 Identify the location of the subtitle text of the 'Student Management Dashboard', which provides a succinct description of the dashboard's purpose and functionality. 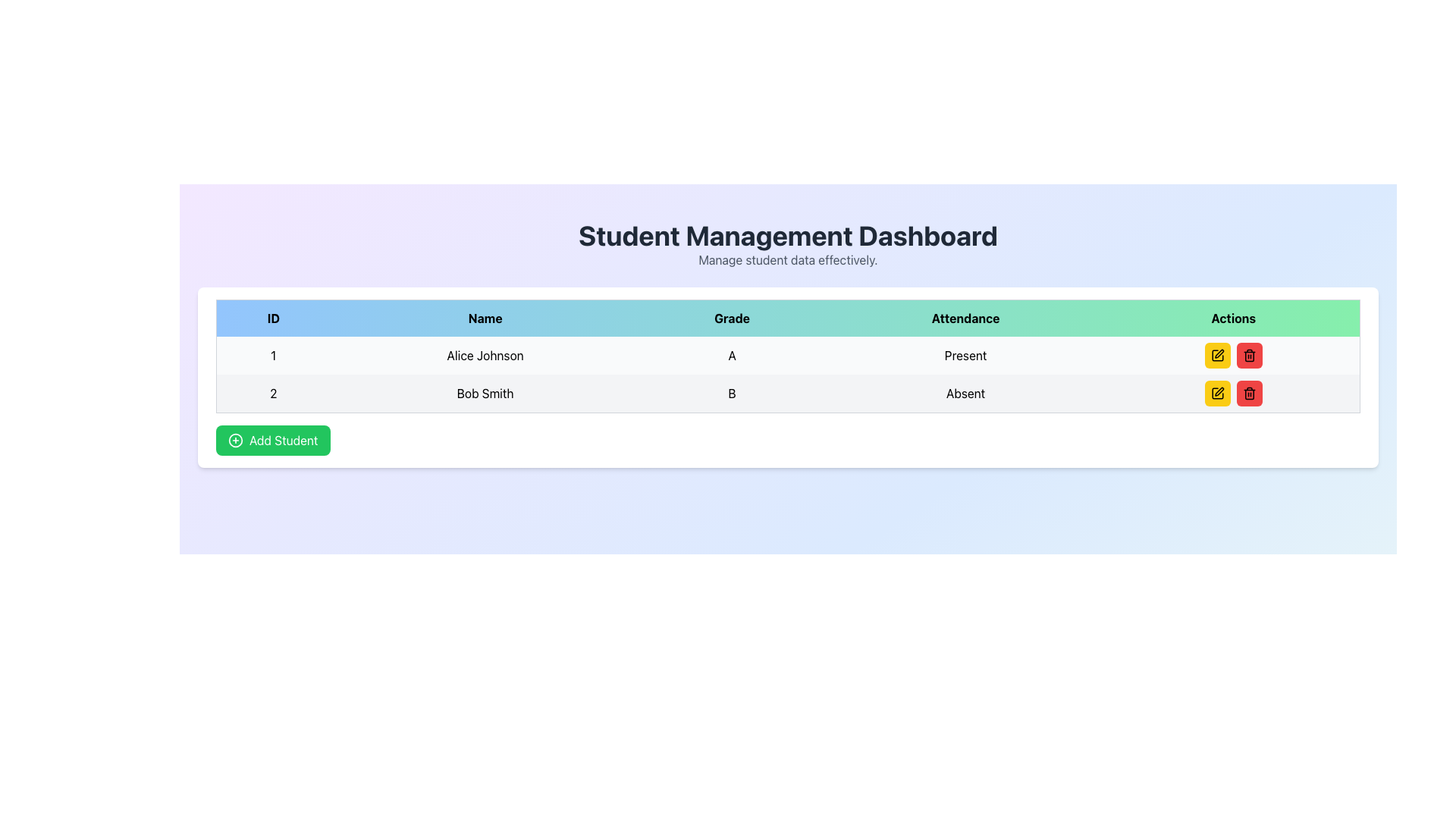
(788, 259).